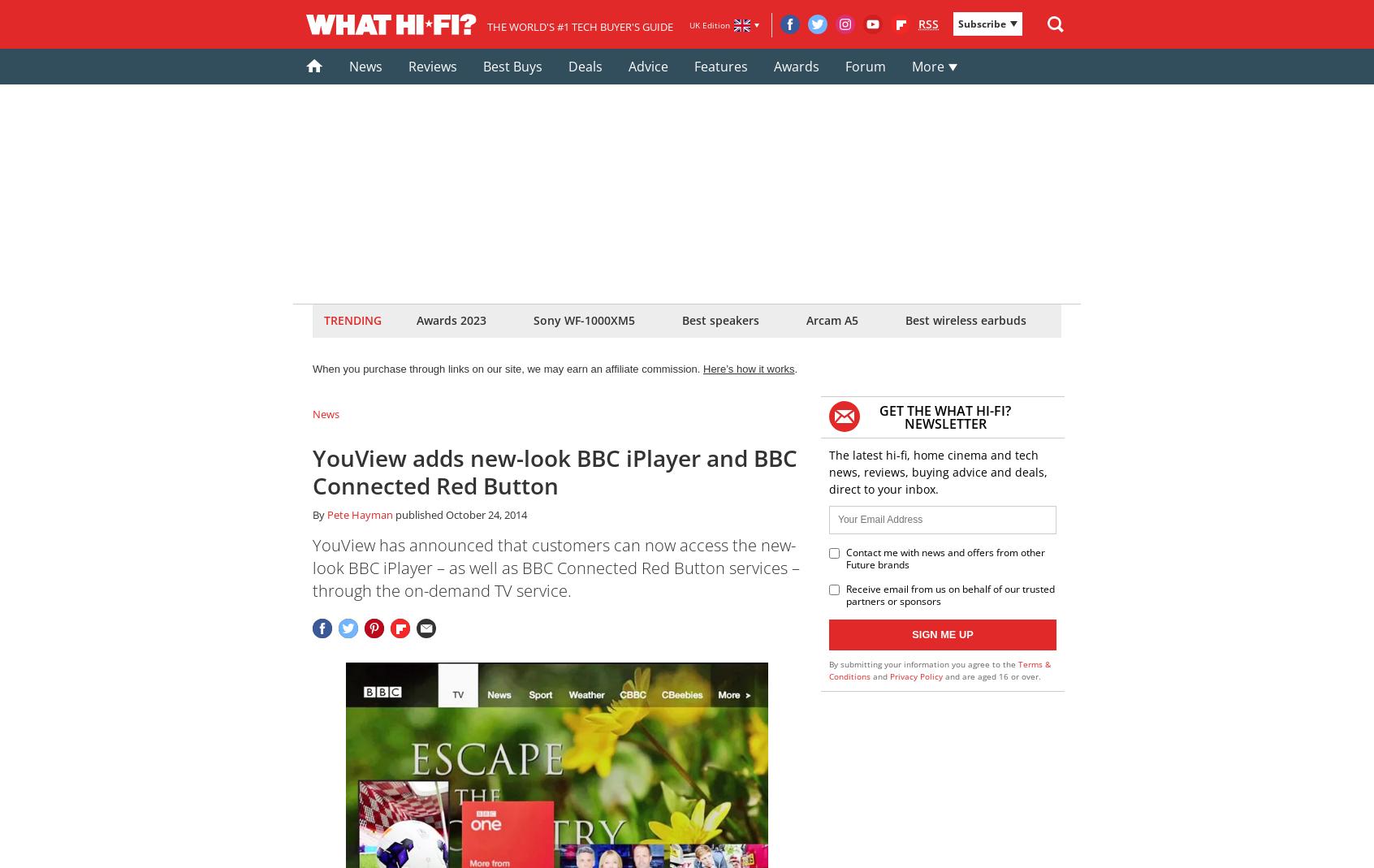  I want to click on 'The latest hi-fi, home cinema and tech news, reviews, buying advice and deals, direct to your inbox.', so click(937, 472).